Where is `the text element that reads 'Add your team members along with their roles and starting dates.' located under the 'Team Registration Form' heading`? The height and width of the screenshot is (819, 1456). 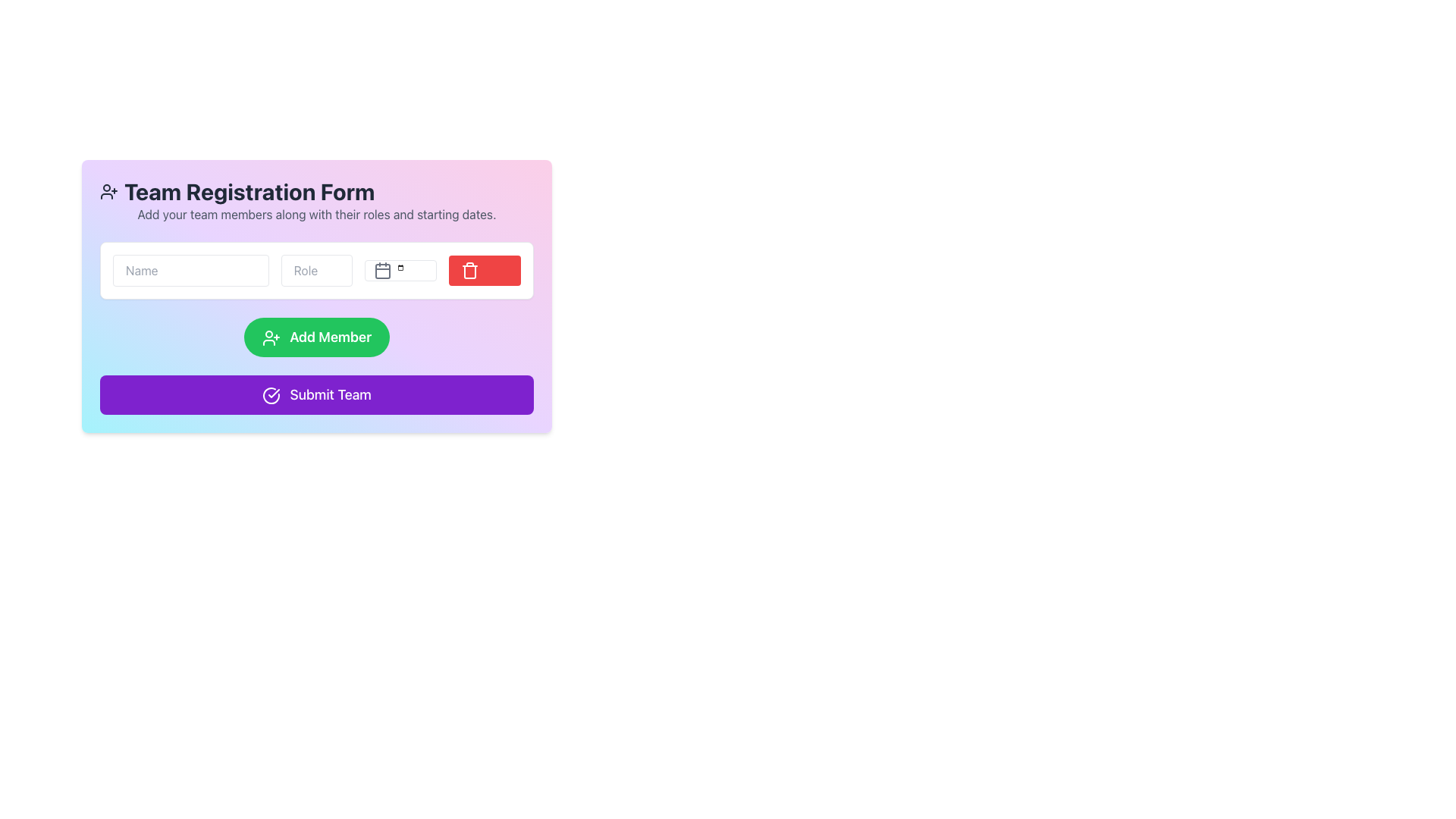 the text element that reads 'Add your team members along with their roles and starting dates.' located under the 'Team Registration Form' heading is located at coordinates (315, 214).